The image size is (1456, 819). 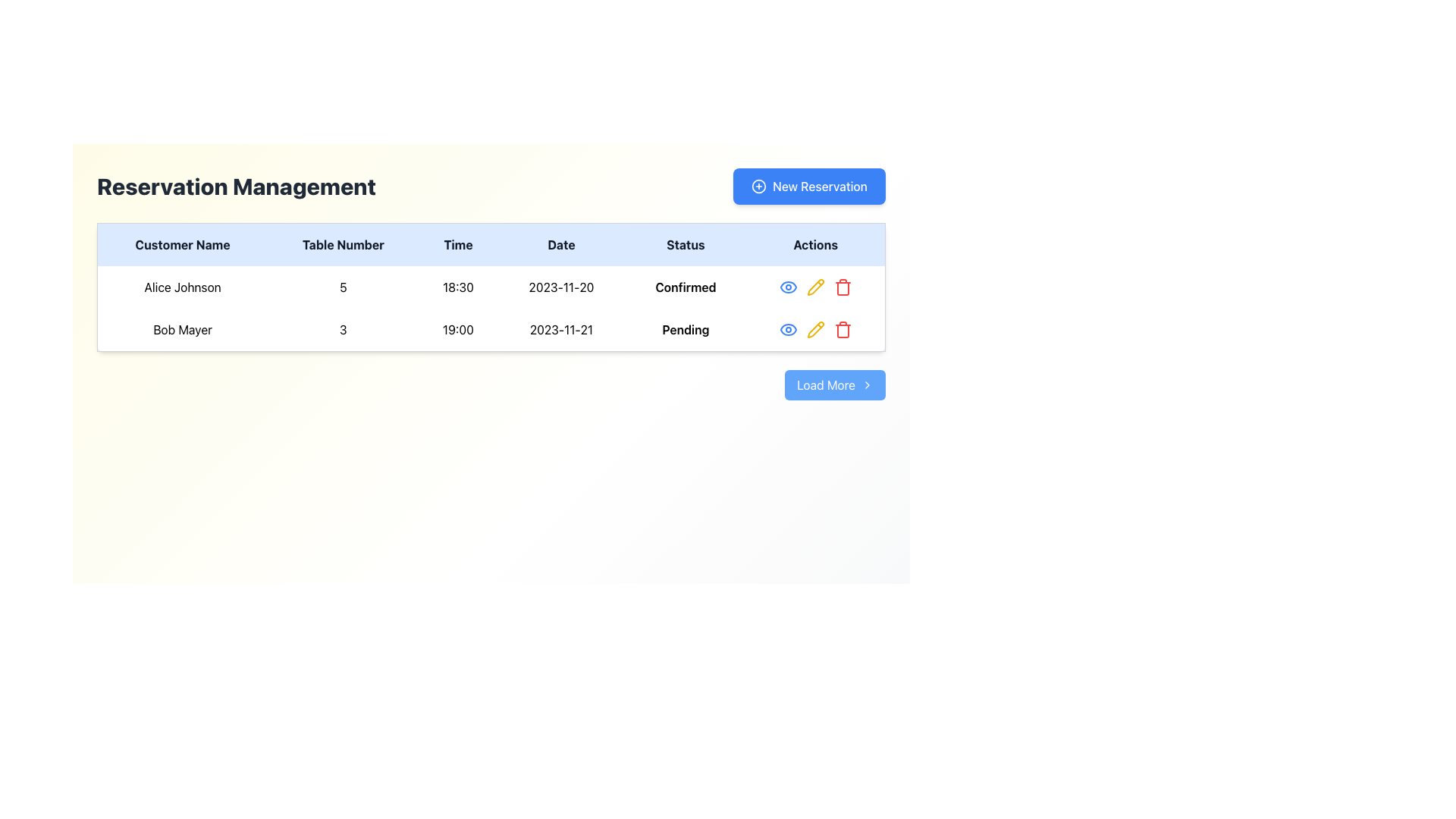 What do you see at coordinates (814, 287) in the screenshot?
I see `the edit icon located in the second row of the 'Actions' column for Bob Mayer's reservation, adjacent to the 'Pending' status` at bounding box center [814, 287].